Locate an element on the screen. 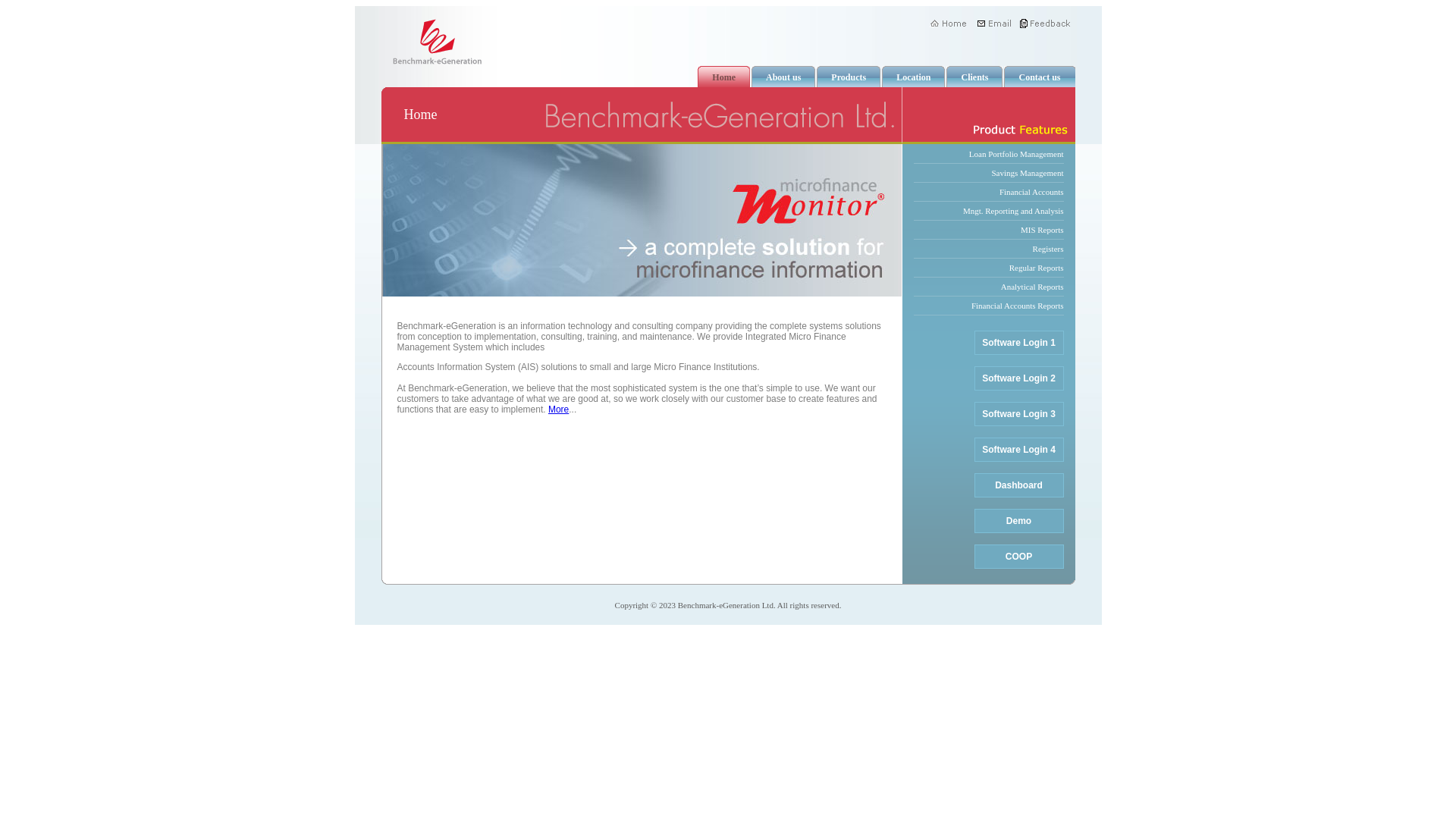  'Financial Accounts Reports' is located at coordinates (987, 306).